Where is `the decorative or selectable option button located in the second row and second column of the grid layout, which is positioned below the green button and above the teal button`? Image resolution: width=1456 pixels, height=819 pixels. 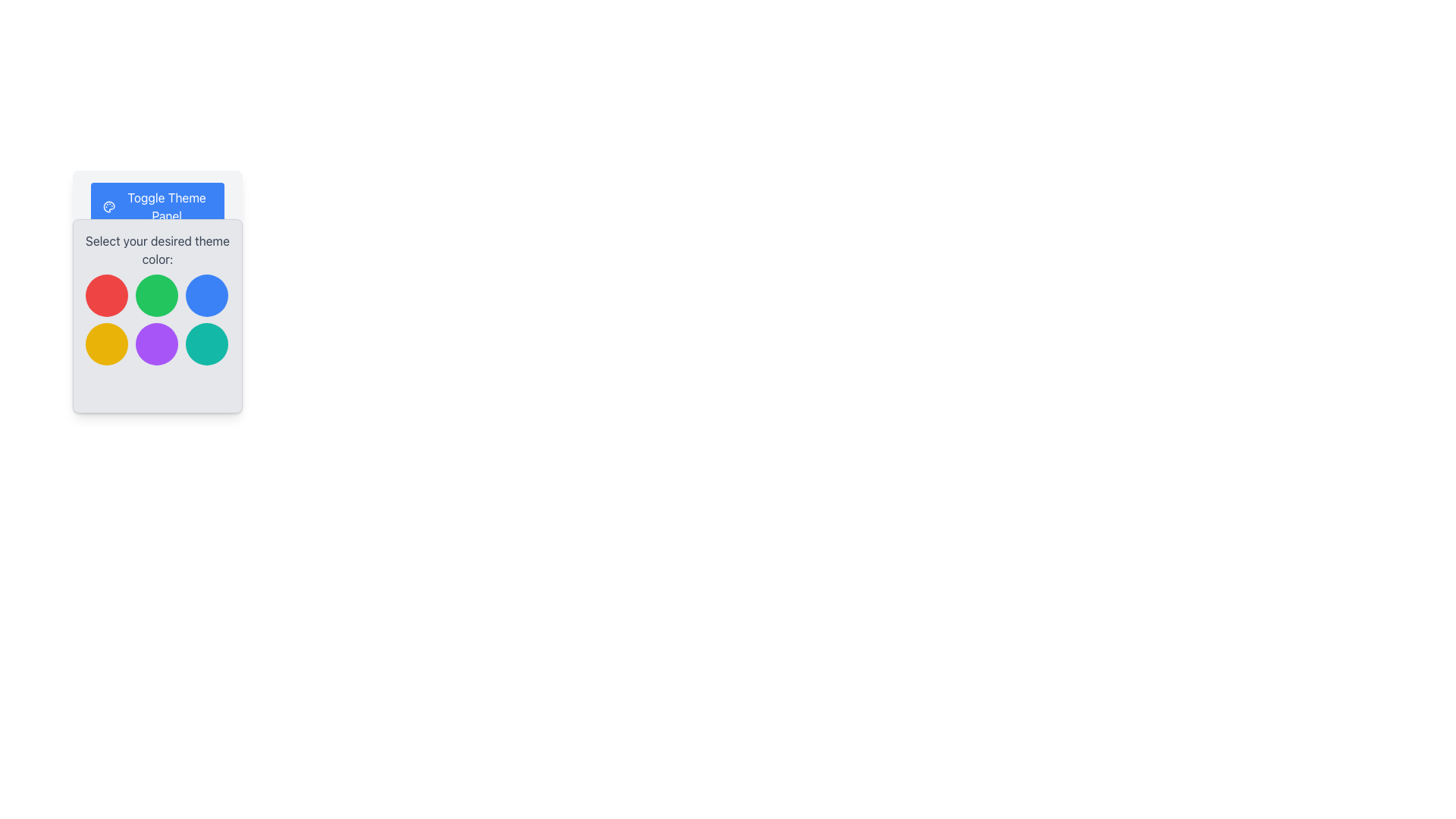
the decorative or selectable option button located in the second row and second column of the grid layout, which is positioned below the green button and above the teal button is located at coordinates (156, 344).